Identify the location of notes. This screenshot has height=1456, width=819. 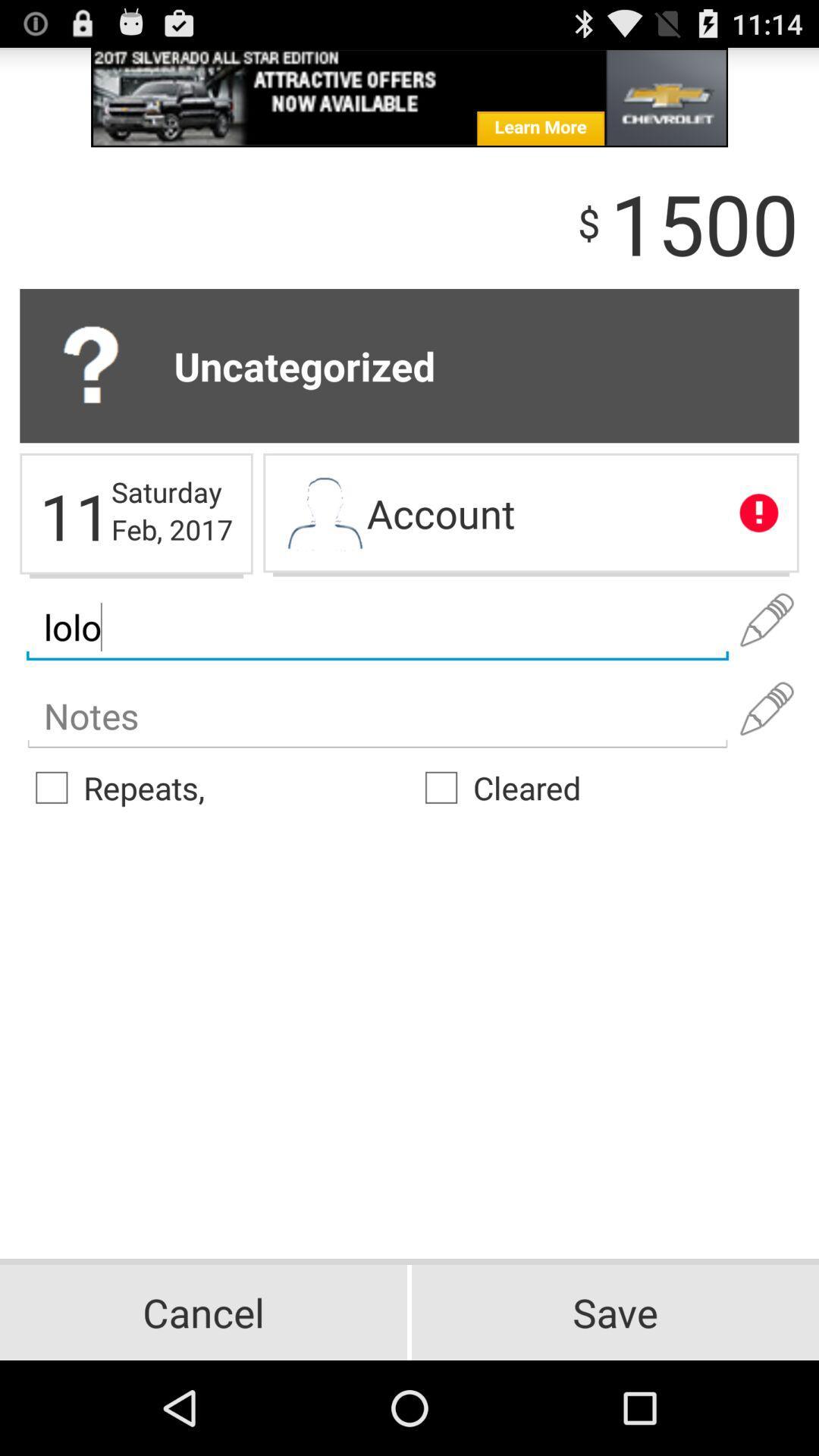
(376, 716).